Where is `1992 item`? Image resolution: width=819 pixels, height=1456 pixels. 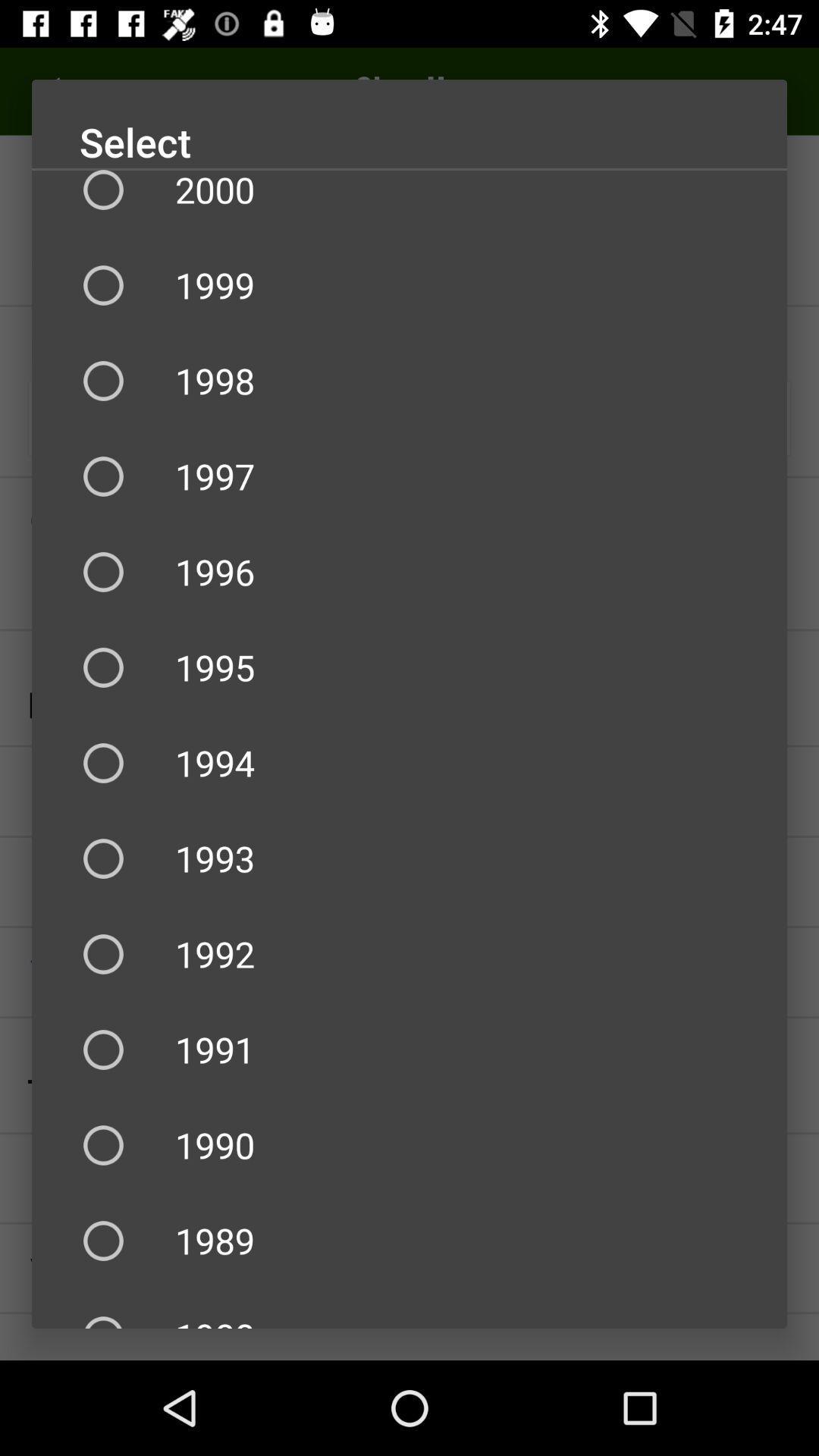
1992 item is located at coordinates (409, 953).